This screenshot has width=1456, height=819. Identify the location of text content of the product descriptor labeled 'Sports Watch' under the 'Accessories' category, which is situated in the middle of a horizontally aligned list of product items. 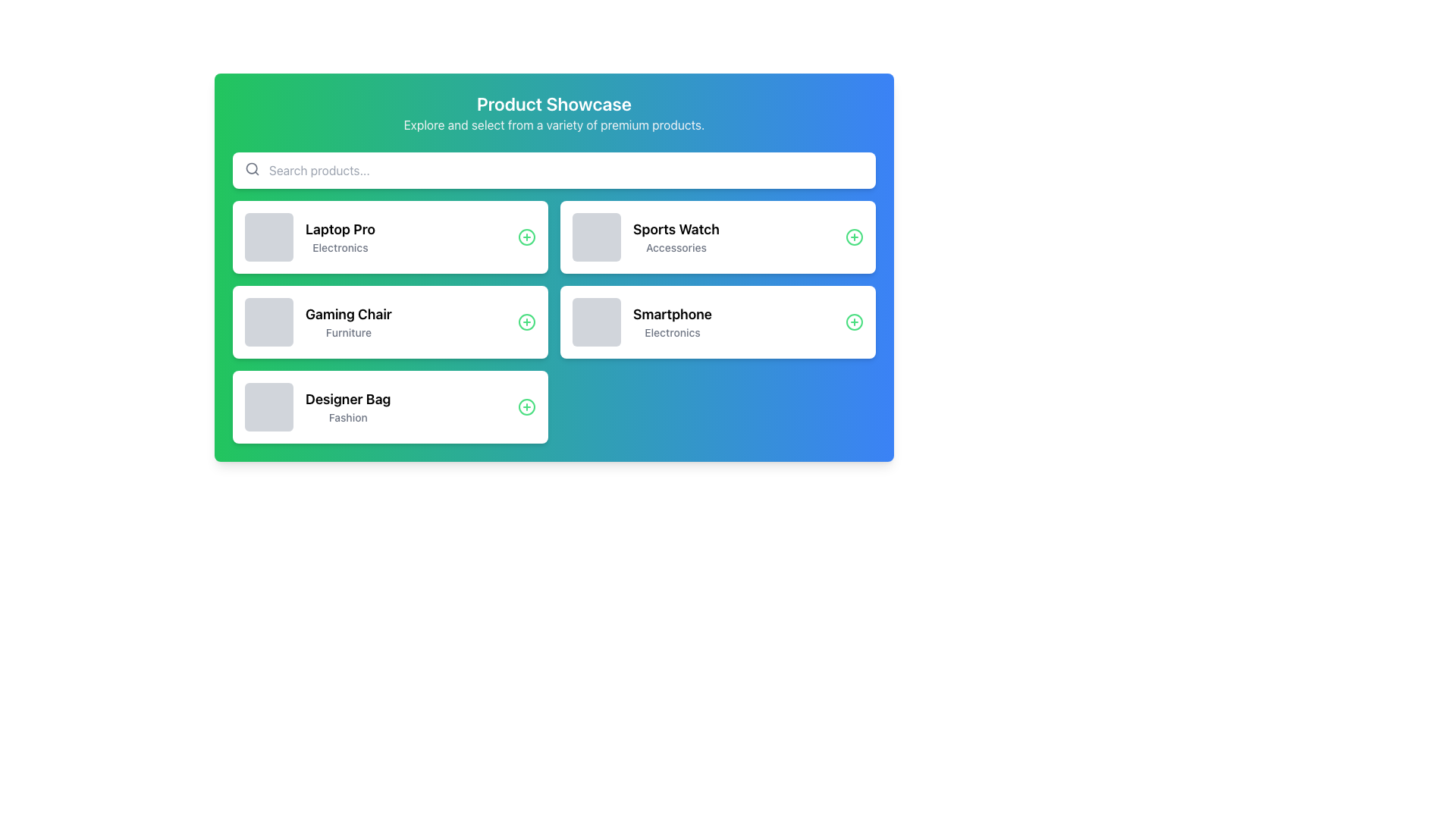
(645, 237).